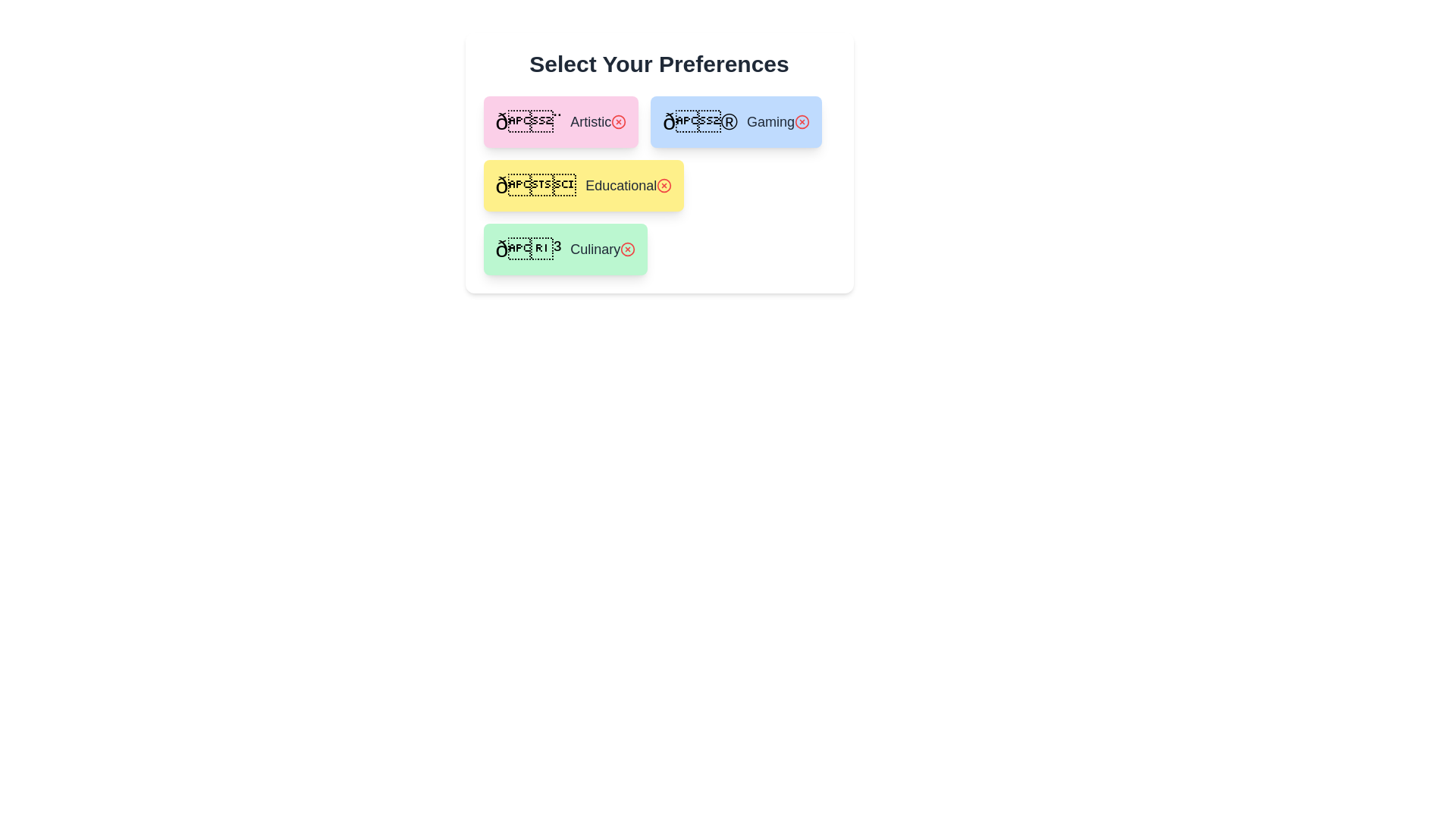  I want to click on remove button for the preference labeled Gaming, so click(802, 121).